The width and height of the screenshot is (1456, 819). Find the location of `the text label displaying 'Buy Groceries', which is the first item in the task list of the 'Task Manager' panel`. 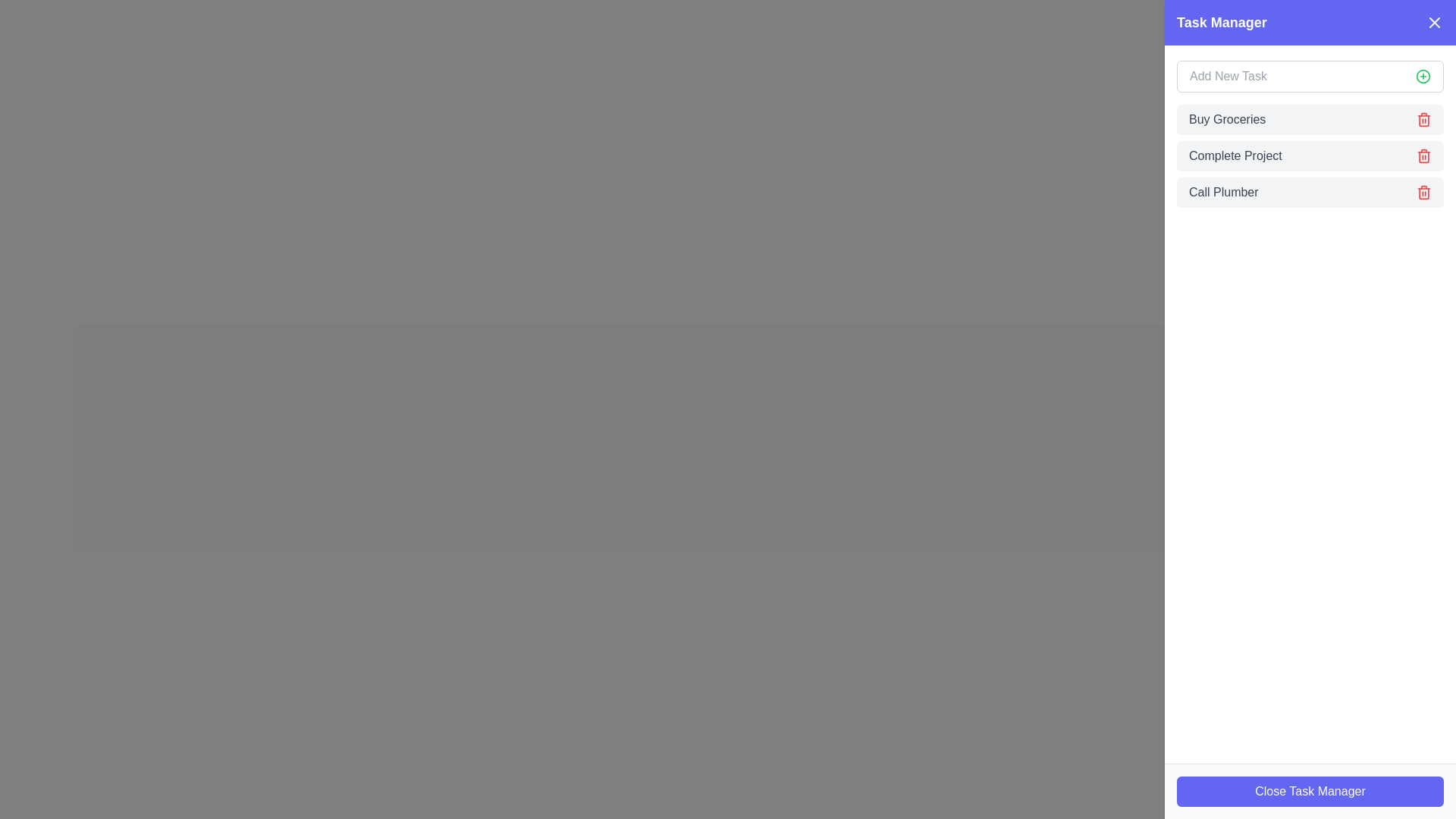

the text label displaying 'Buy Groceries', which is the first item in the task list of the 'Task Manager' panel is located at coordinates (1227, 119).